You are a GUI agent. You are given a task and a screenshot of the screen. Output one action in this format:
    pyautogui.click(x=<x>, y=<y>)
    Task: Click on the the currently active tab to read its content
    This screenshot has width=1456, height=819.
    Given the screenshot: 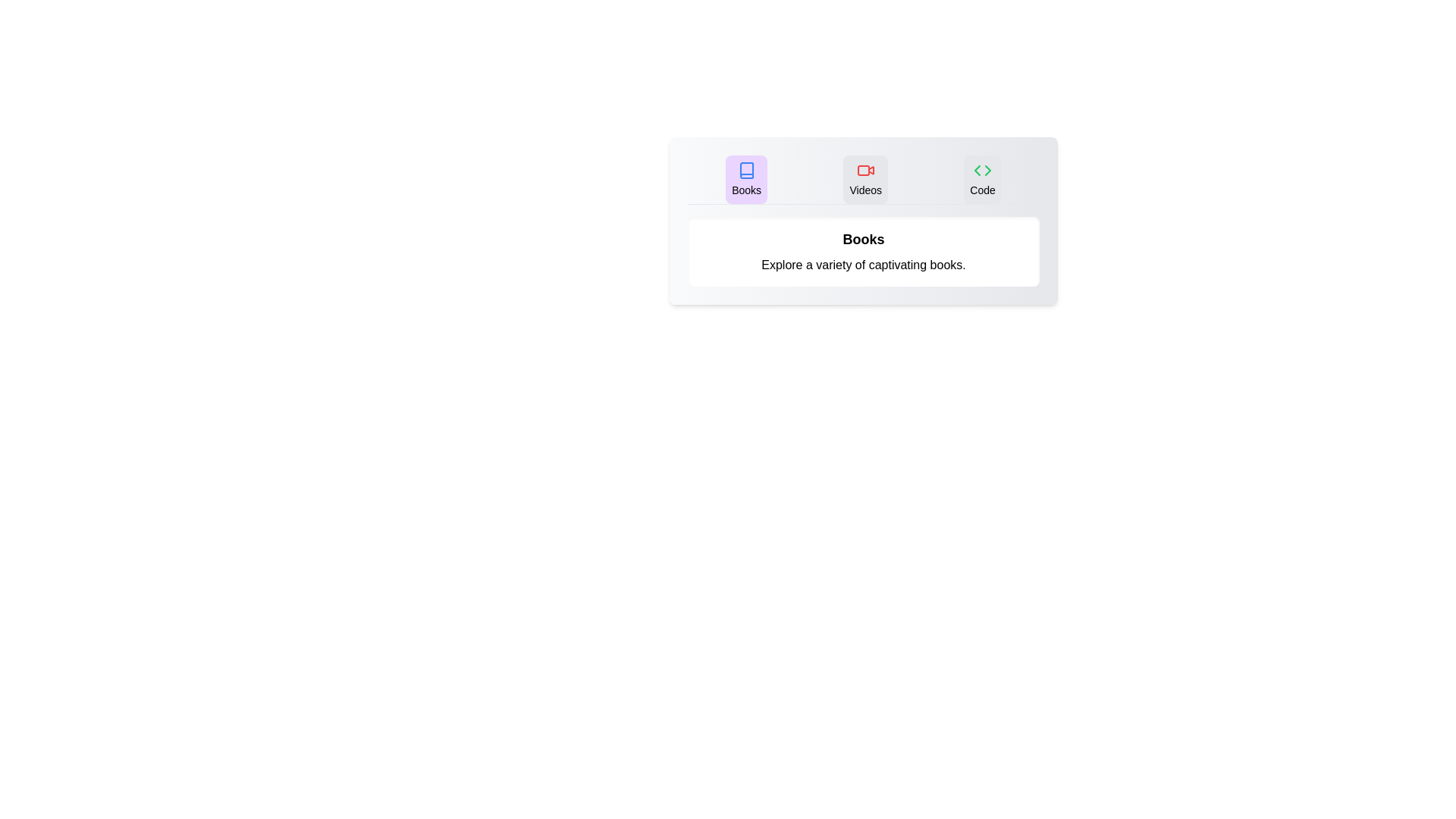 What is the action you would take?
    pyautogui.click(x=745, y=178)
    